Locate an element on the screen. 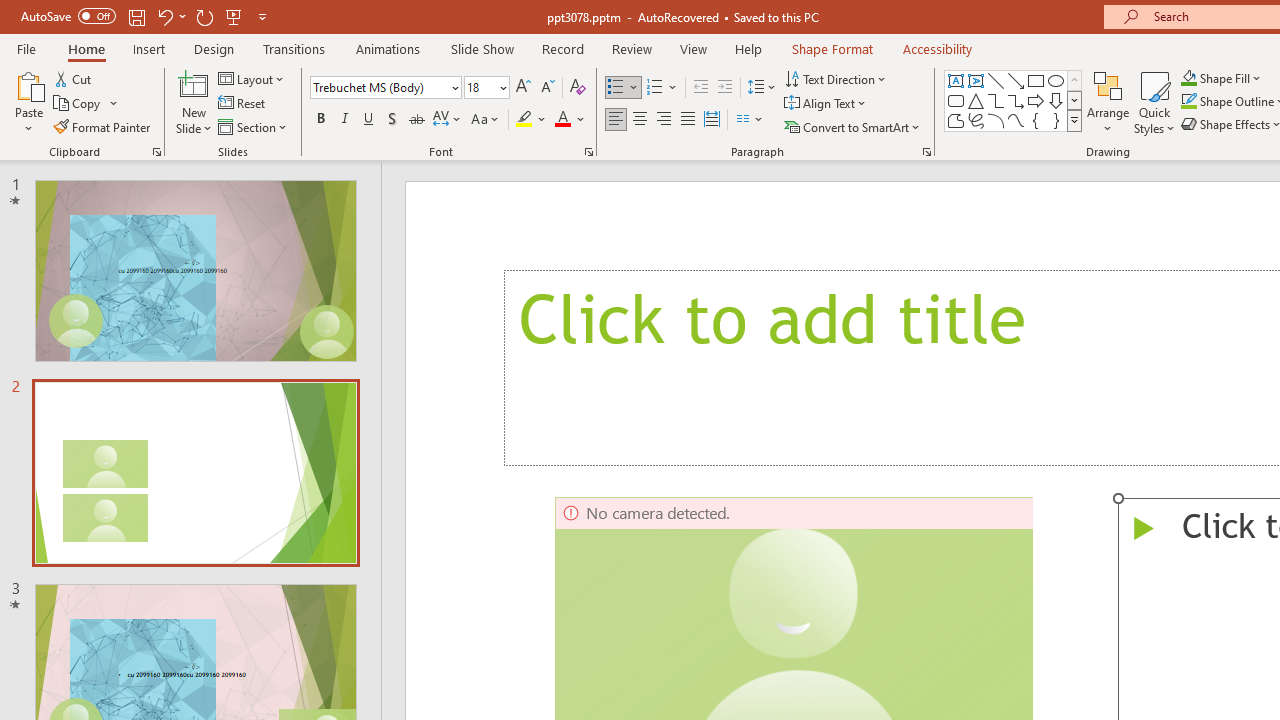  'Shape Format' is located at coordinates (832, 48).